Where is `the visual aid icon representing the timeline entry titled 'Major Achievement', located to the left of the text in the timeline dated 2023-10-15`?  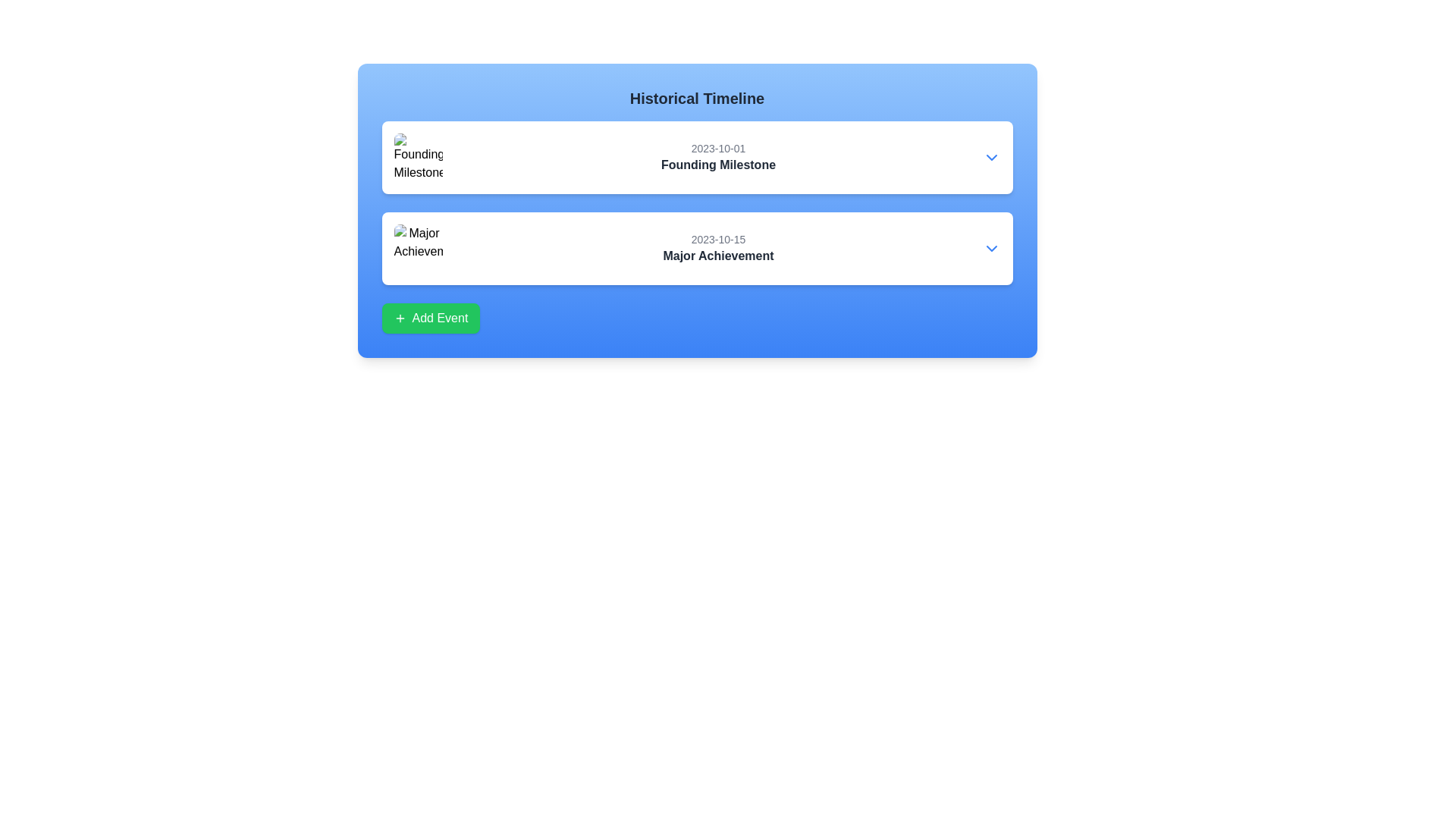
the visual aid icon representing the timeline entry titled 'Major Achievement', located to the left of the text in the timeline dated 2023-10-15 is located at coordinates (418, 247).